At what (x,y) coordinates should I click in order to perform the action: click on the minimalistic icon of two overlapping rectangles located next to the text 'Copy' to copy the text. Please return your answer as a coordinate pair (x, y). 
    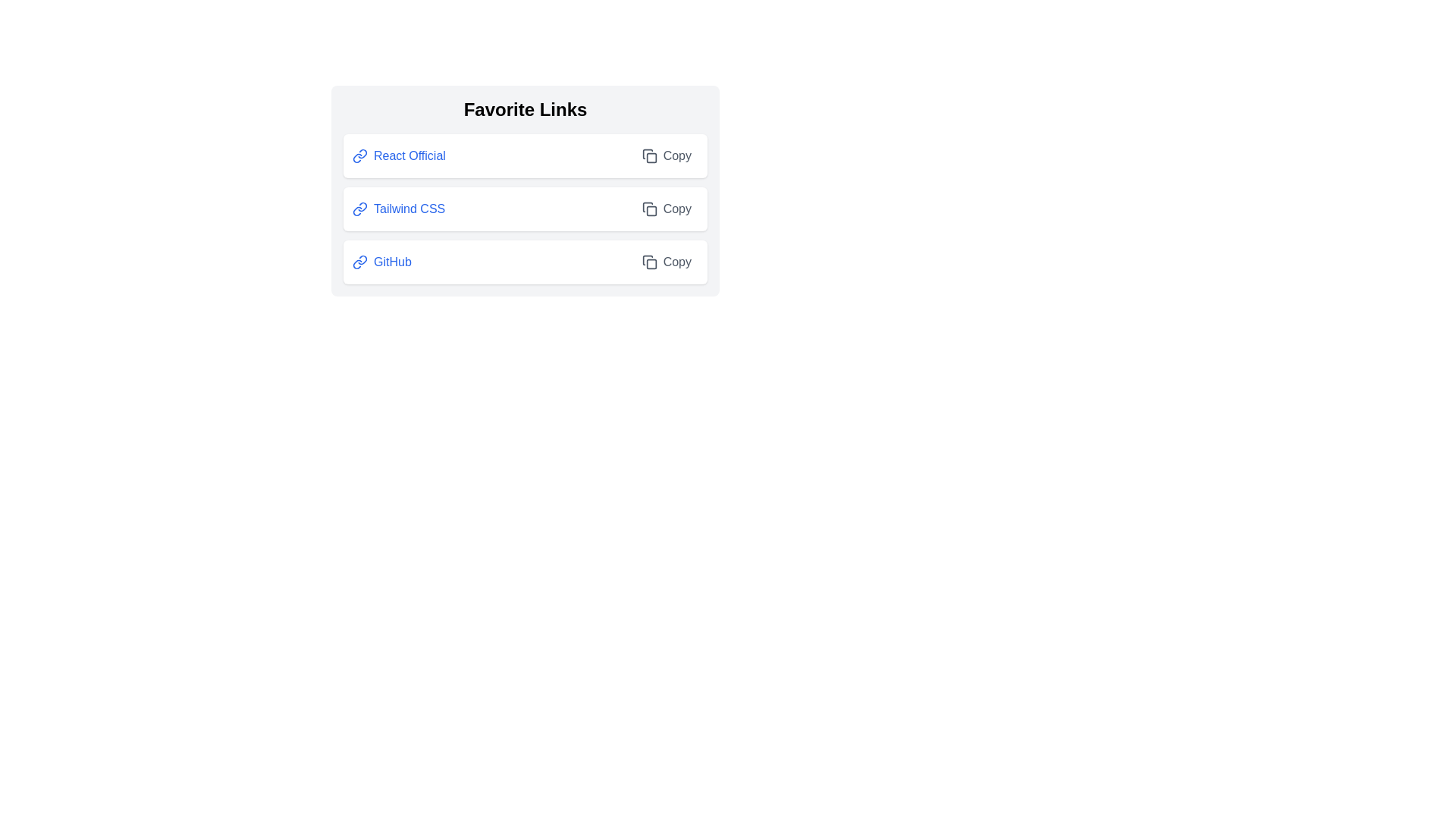
    Looking at the image, I should click on (649, 209).